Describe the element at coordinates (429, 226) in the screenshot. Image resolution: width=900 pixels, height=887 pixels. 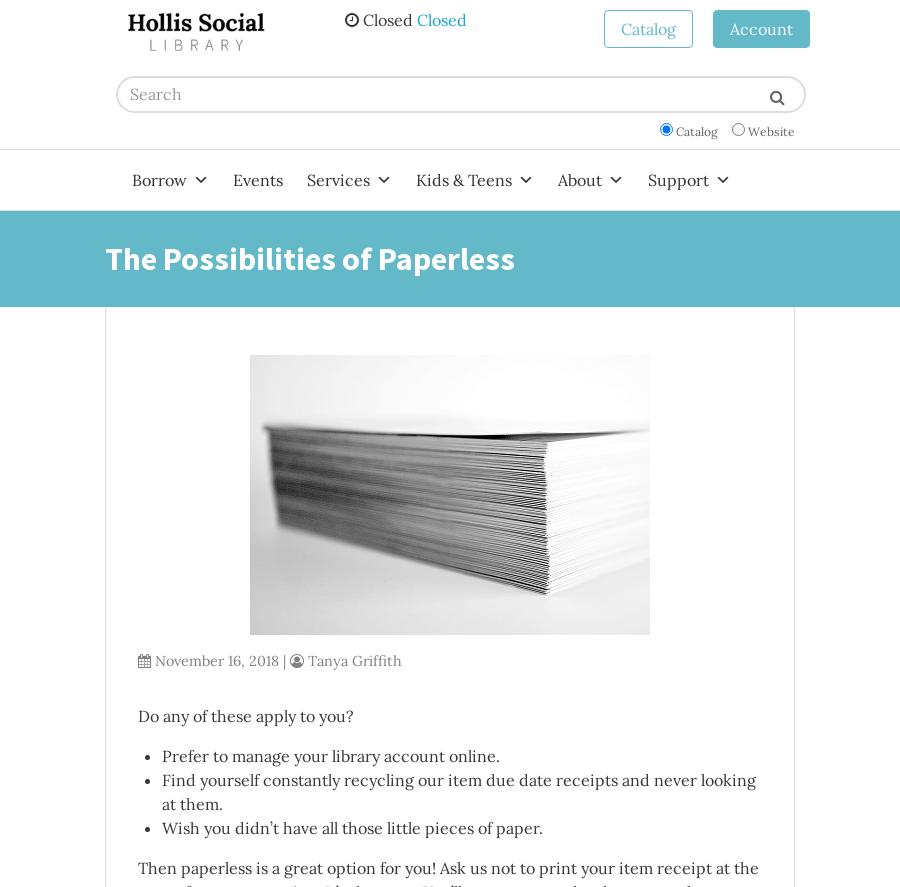
I see `'Kids'` at that location.